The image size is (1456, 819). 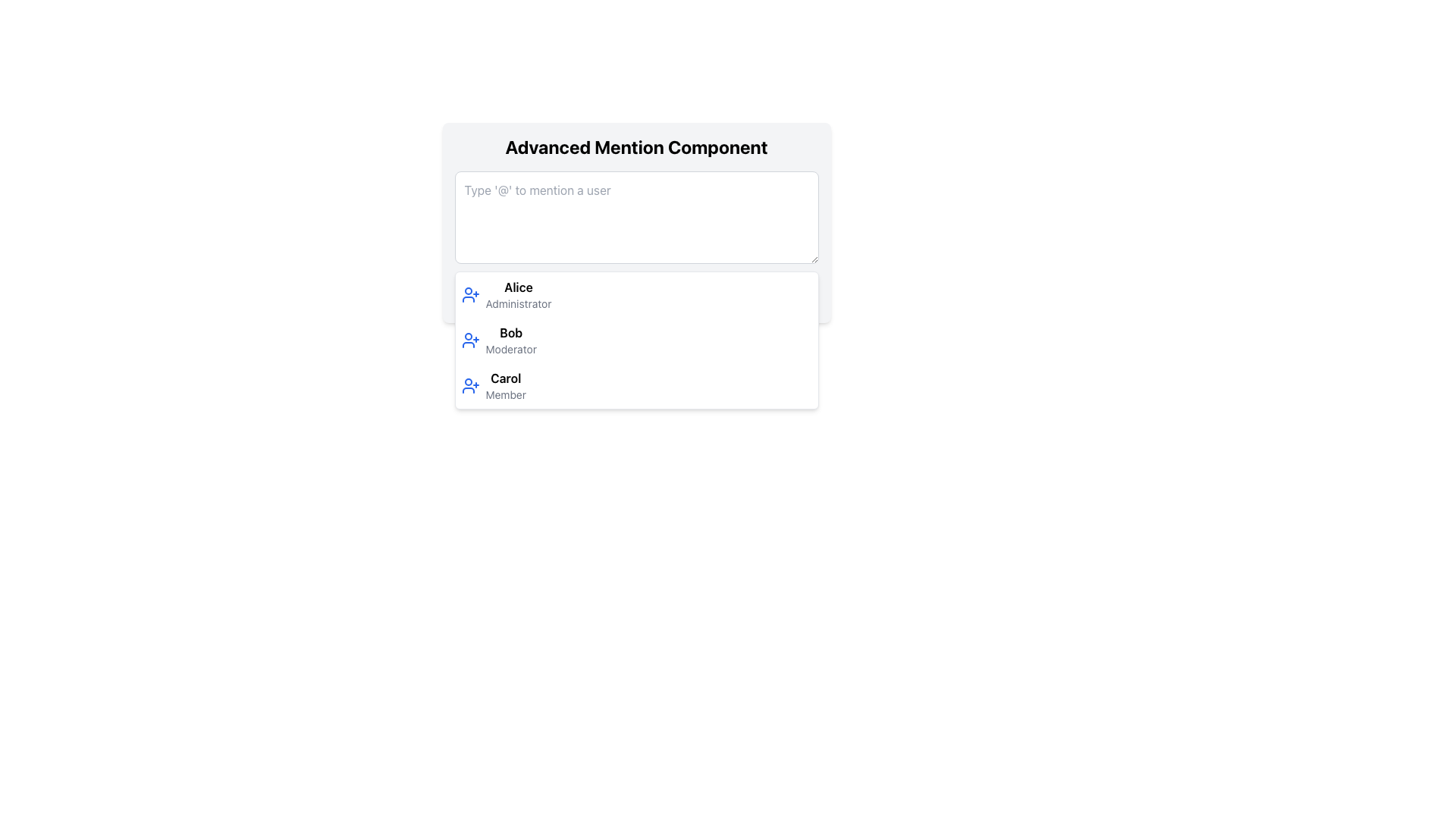 I want to click on the static text that presents the name of a selectable user in the dropdown menu, which is located at the top of the list, aligned with the person icon and above the role 'Administrator.', so click(x=518, y=287).